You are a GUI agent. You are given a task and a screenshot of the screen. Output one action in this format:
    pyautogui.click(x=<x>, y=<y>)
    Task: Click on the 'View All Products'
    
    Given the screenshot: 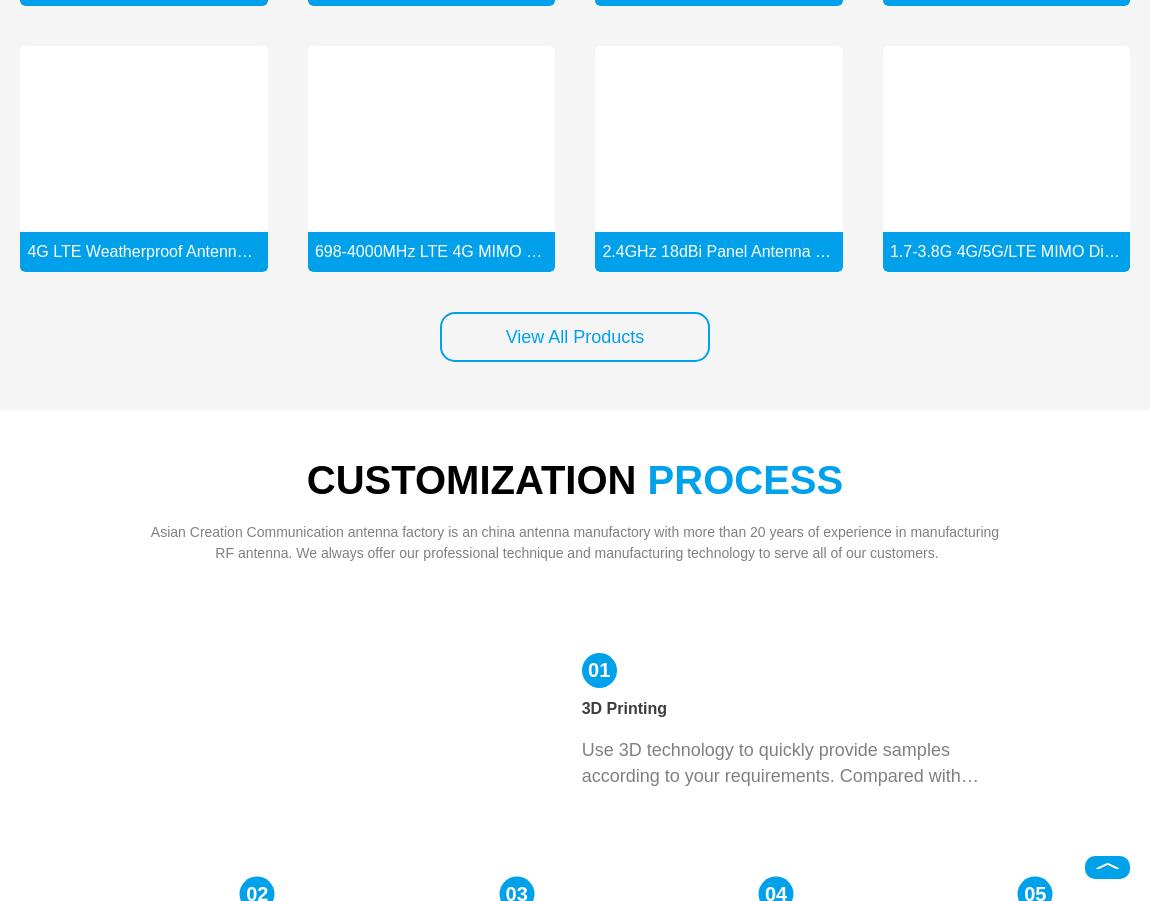 What is the action you would take?
    pyautogui.click(x=574, y=335)
    